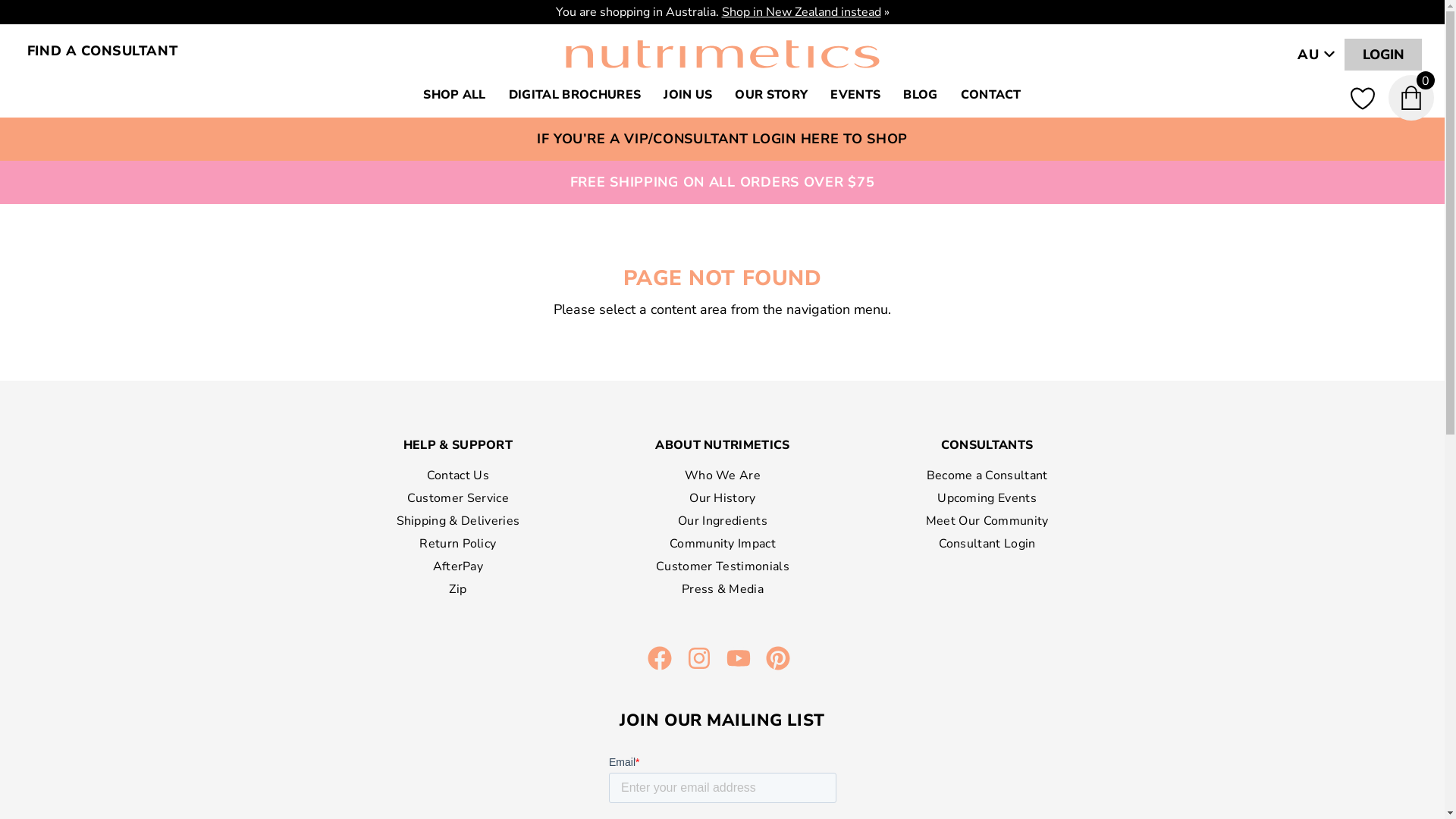 This screenshot has height=819, width=1456. Describe the element at coordinates (457, 566) in the screenshot. I see `'AfterPay'` at that location.